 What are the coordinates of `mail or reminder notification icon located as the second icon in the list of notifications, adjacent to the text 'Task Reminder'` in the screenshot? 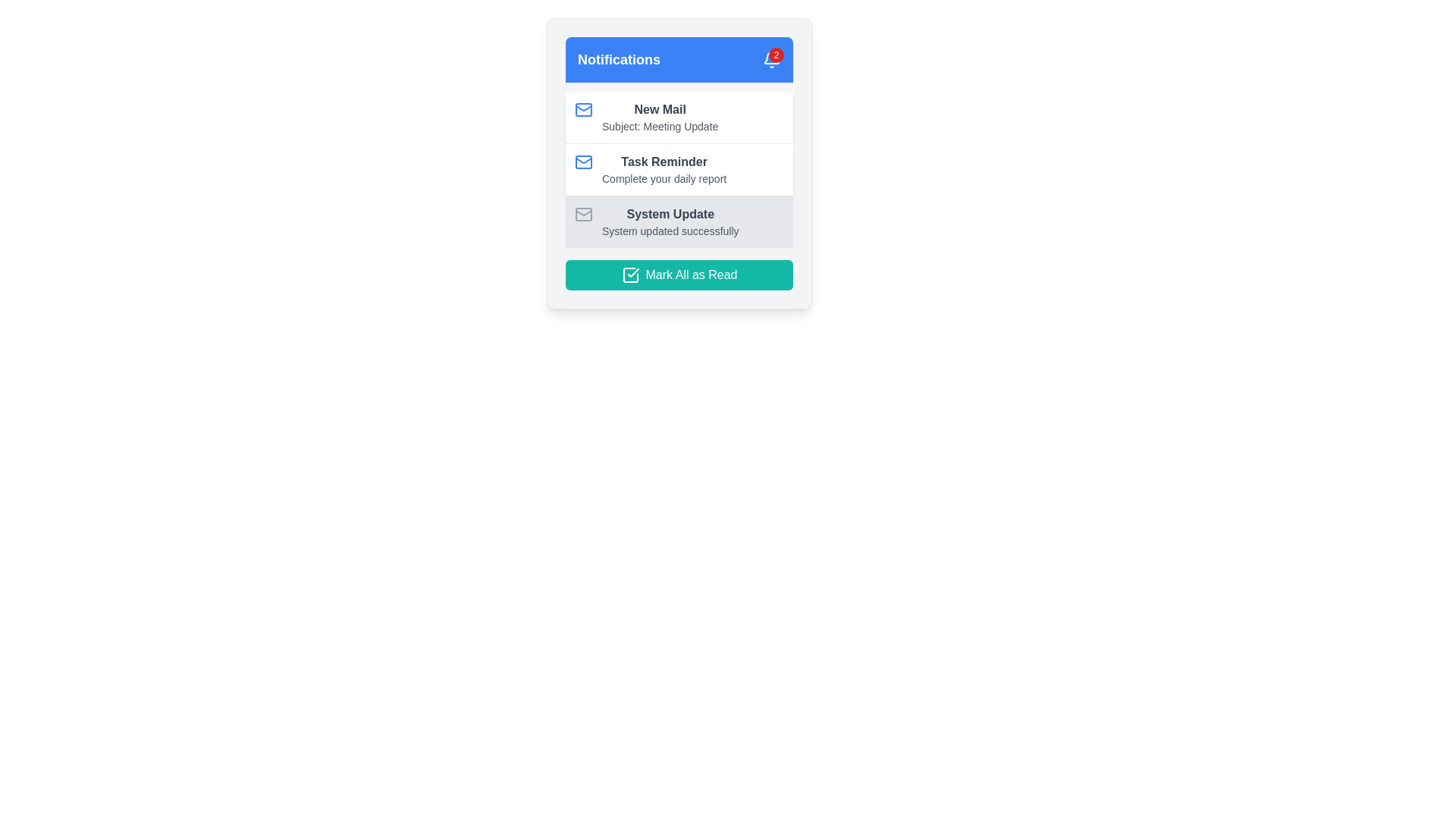 It's located at (582, 162).